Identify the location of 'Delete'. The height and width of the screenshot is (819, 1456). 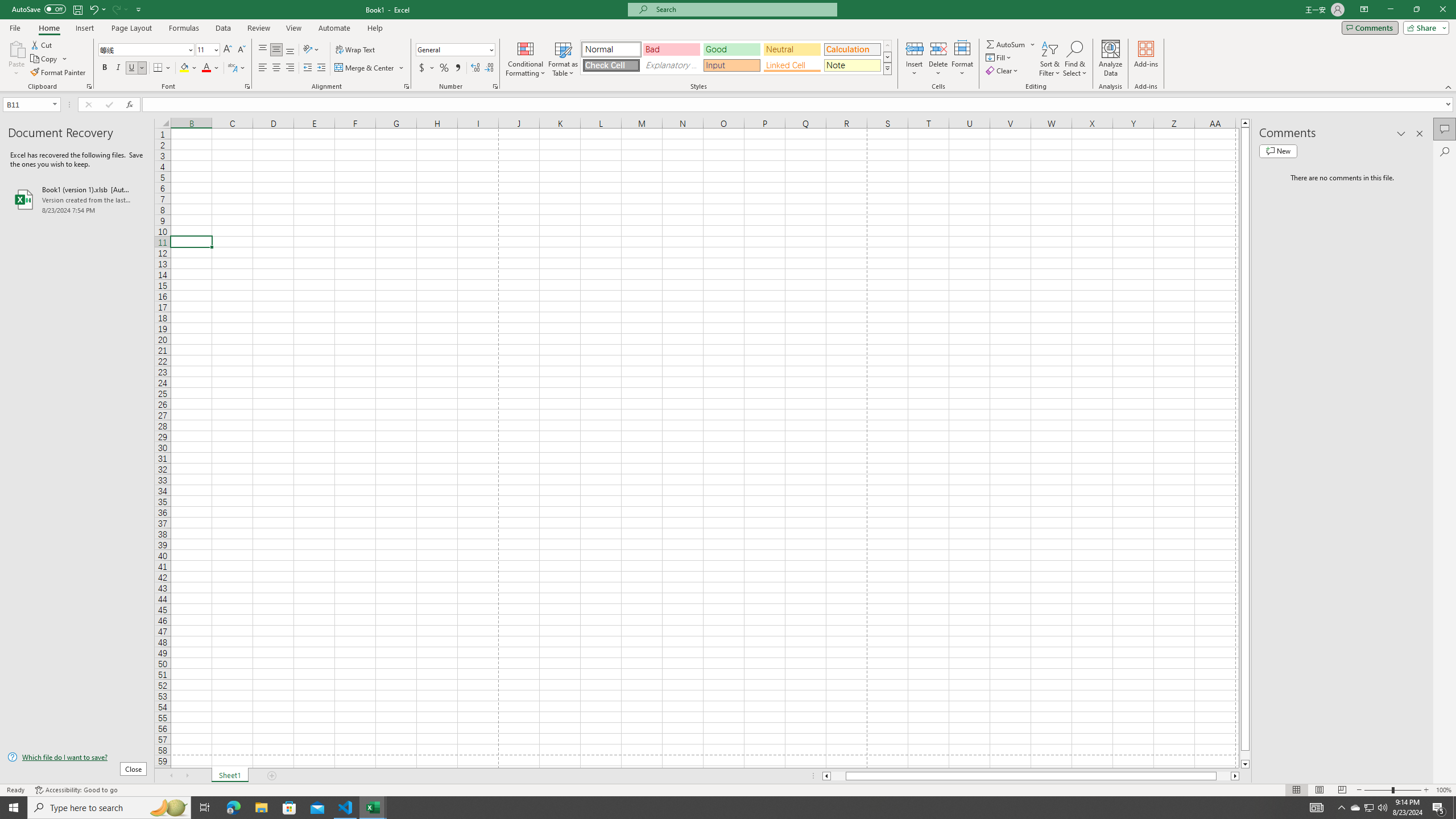
(937, 59).